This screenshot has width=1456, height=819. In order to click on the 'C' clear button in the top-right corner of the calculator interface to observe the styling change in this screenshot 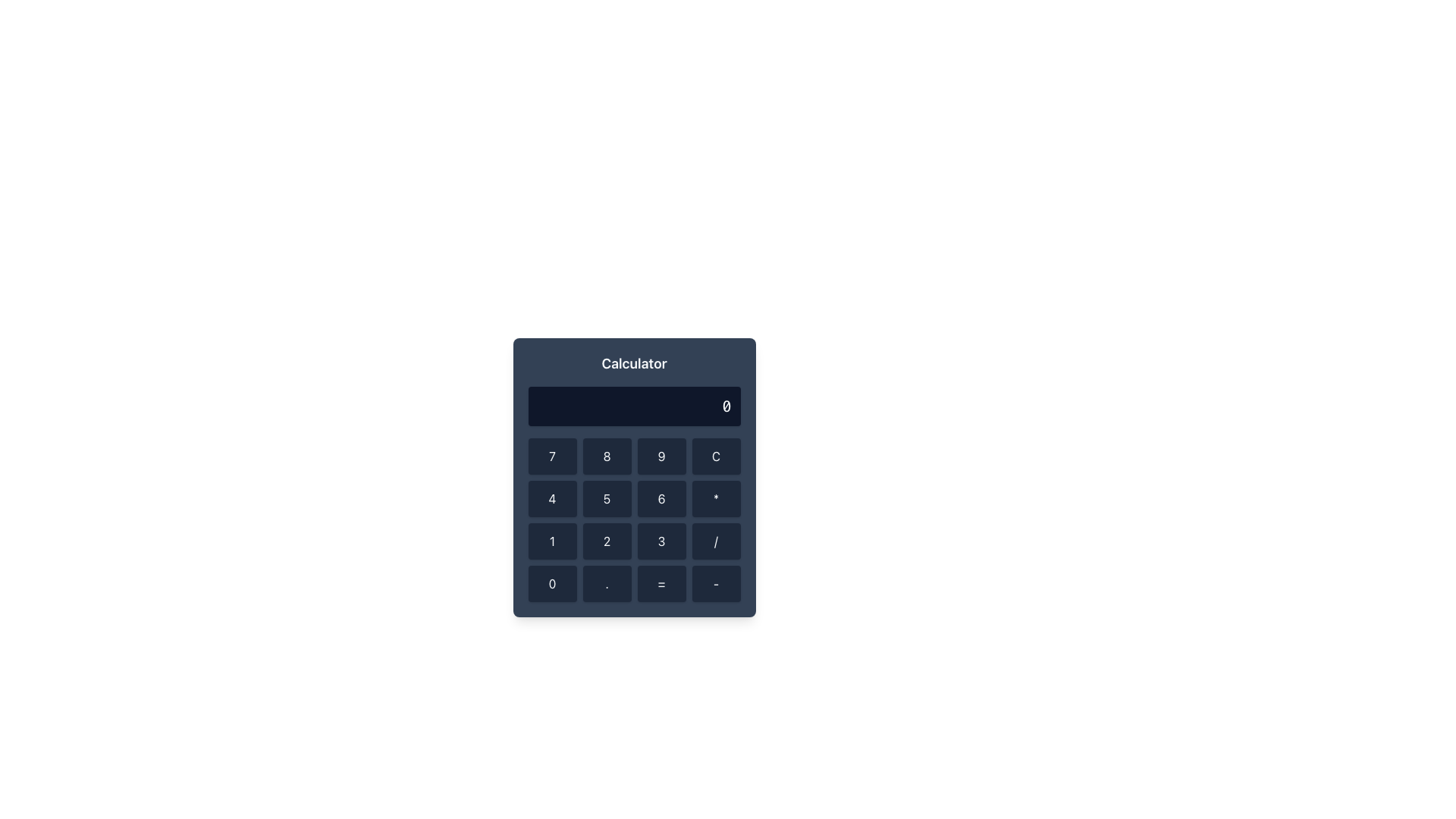, I will do `click(715, 455)`.